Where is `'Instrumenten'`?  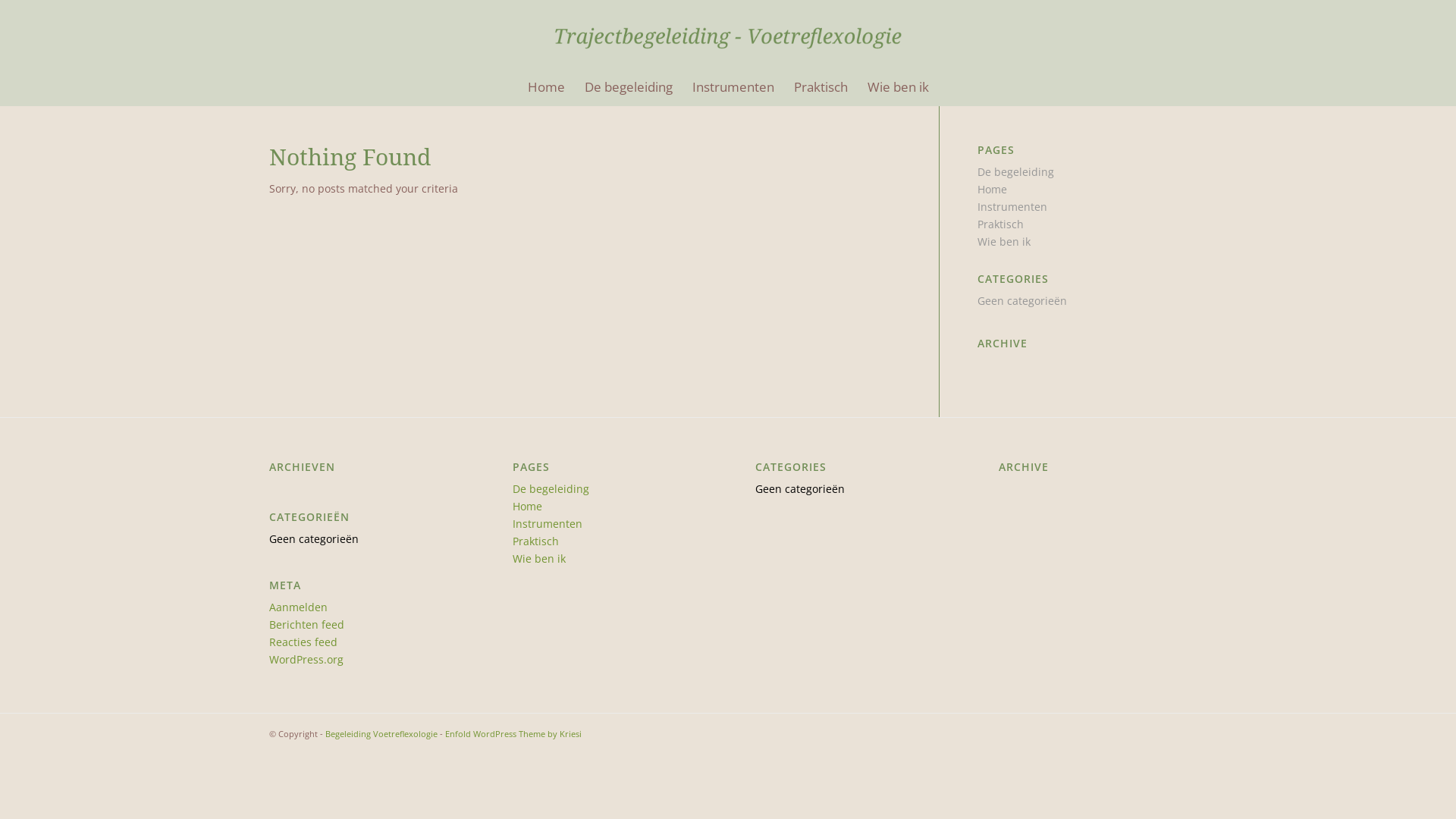 'Instrumenten' is located at coordinates (733, 87).